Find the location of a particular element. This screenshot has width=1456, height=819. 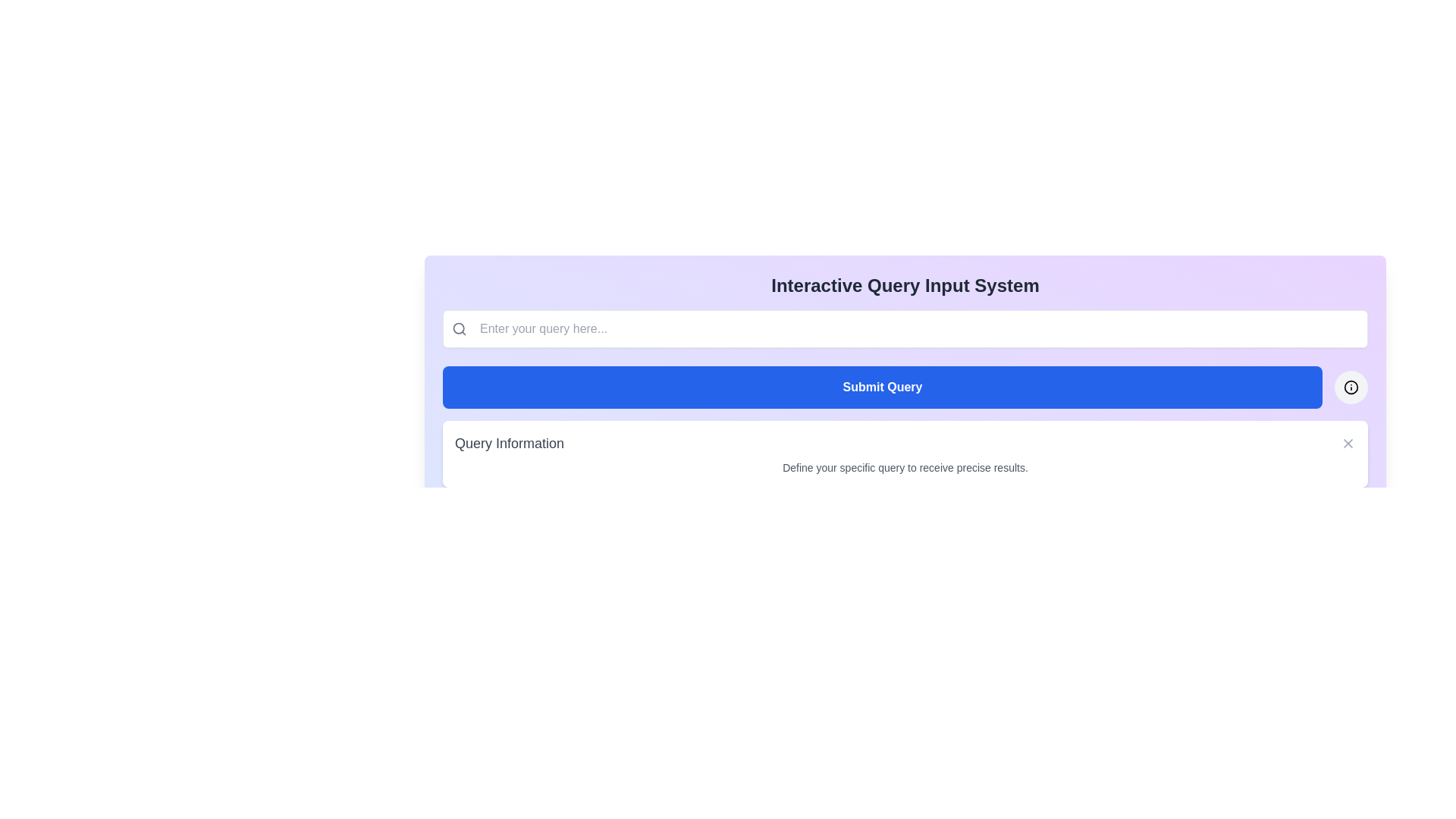

the close button represented by the 'X' symbol located at the bottom right corner of the user panel is located at coordinates (1348, 444).